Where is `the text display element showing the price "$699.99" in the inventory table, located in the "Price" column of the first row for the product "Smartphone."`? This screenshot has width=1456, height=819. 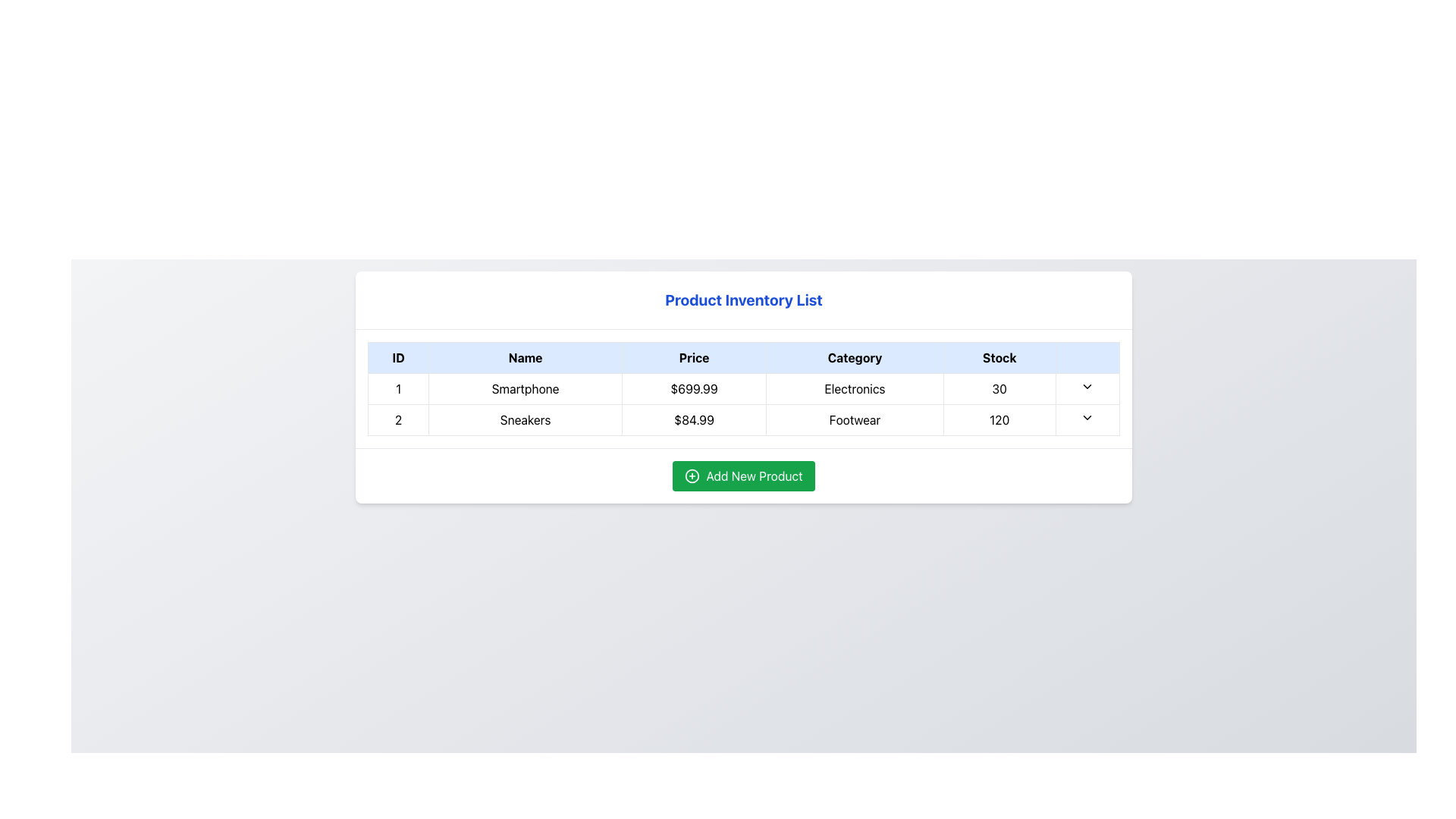 the text display element showing the price "$699.99" in the inventory table, located in the "Price" column of the first row for the product "Smartphone." is located at coordinates (693, 388).